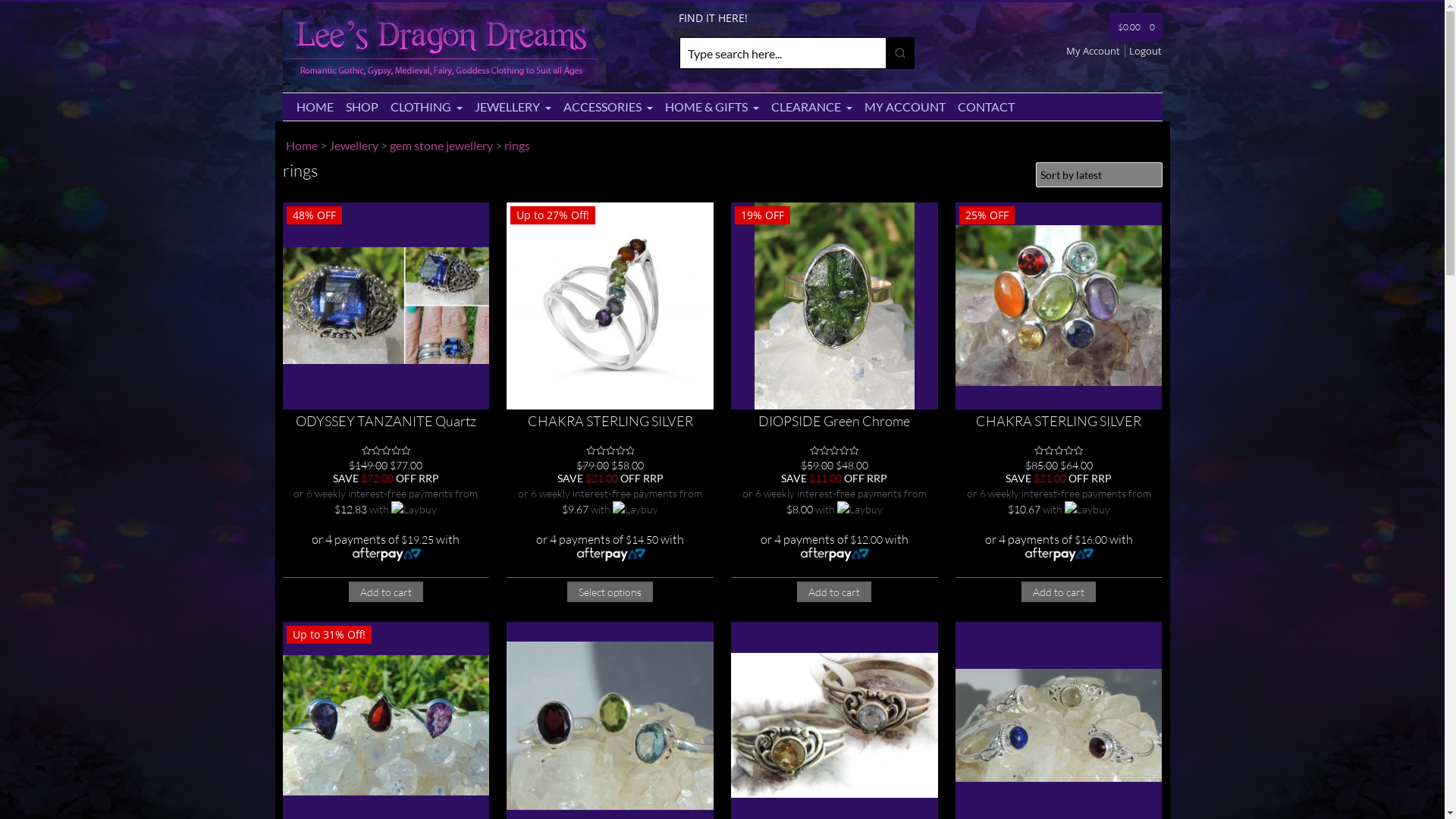 The height and width of the screenshot is (819, 1456). Describe the element at coordinates (1095, 49) in the screenshot. I see `'My Account'` at that location.